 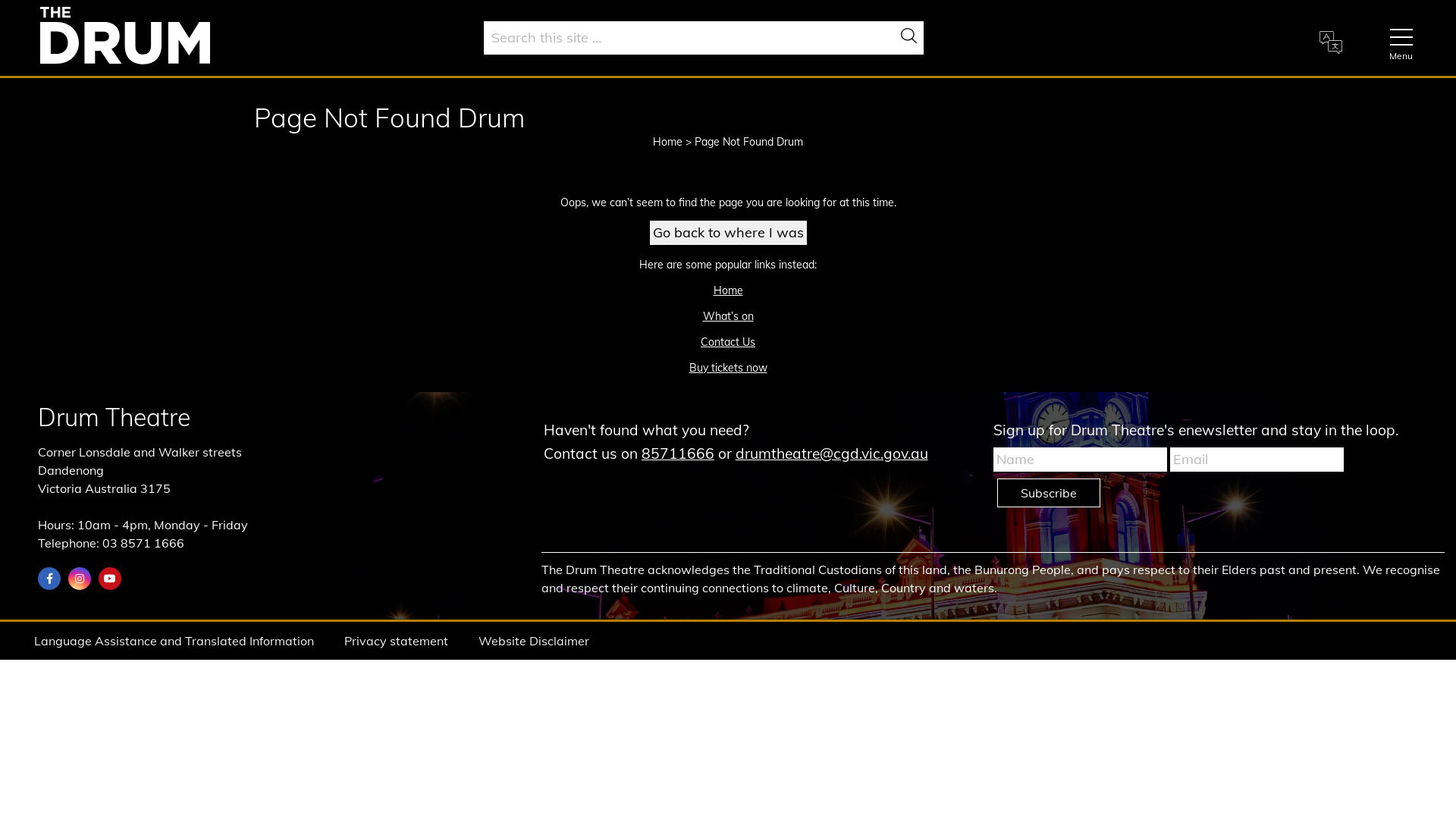 I want to click on 'Home', so click(x=667, y=141).